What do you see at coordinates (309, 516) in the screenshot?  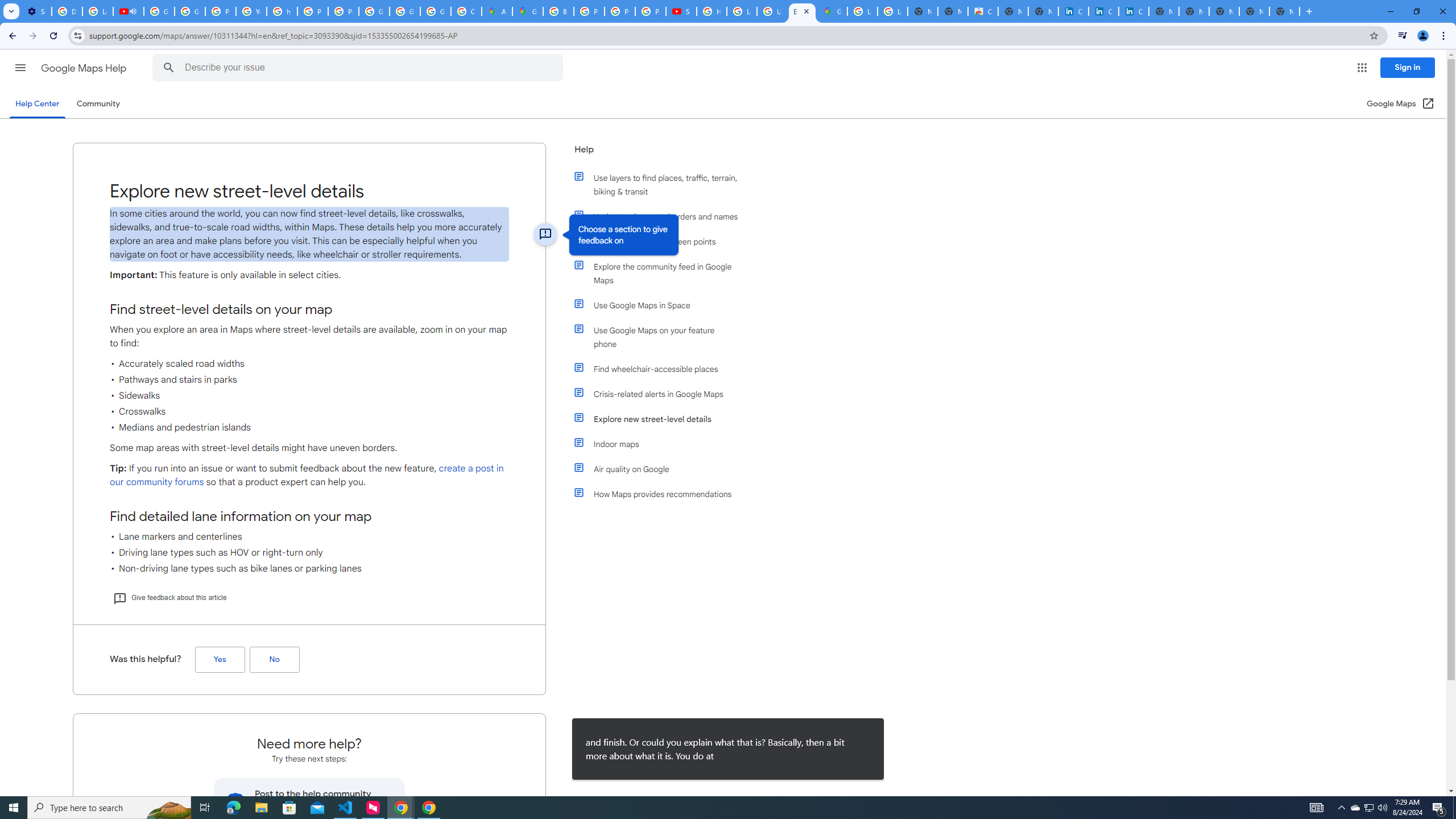 I see `'Find detailed lane information on your map'` at bounding box center [309, 516].